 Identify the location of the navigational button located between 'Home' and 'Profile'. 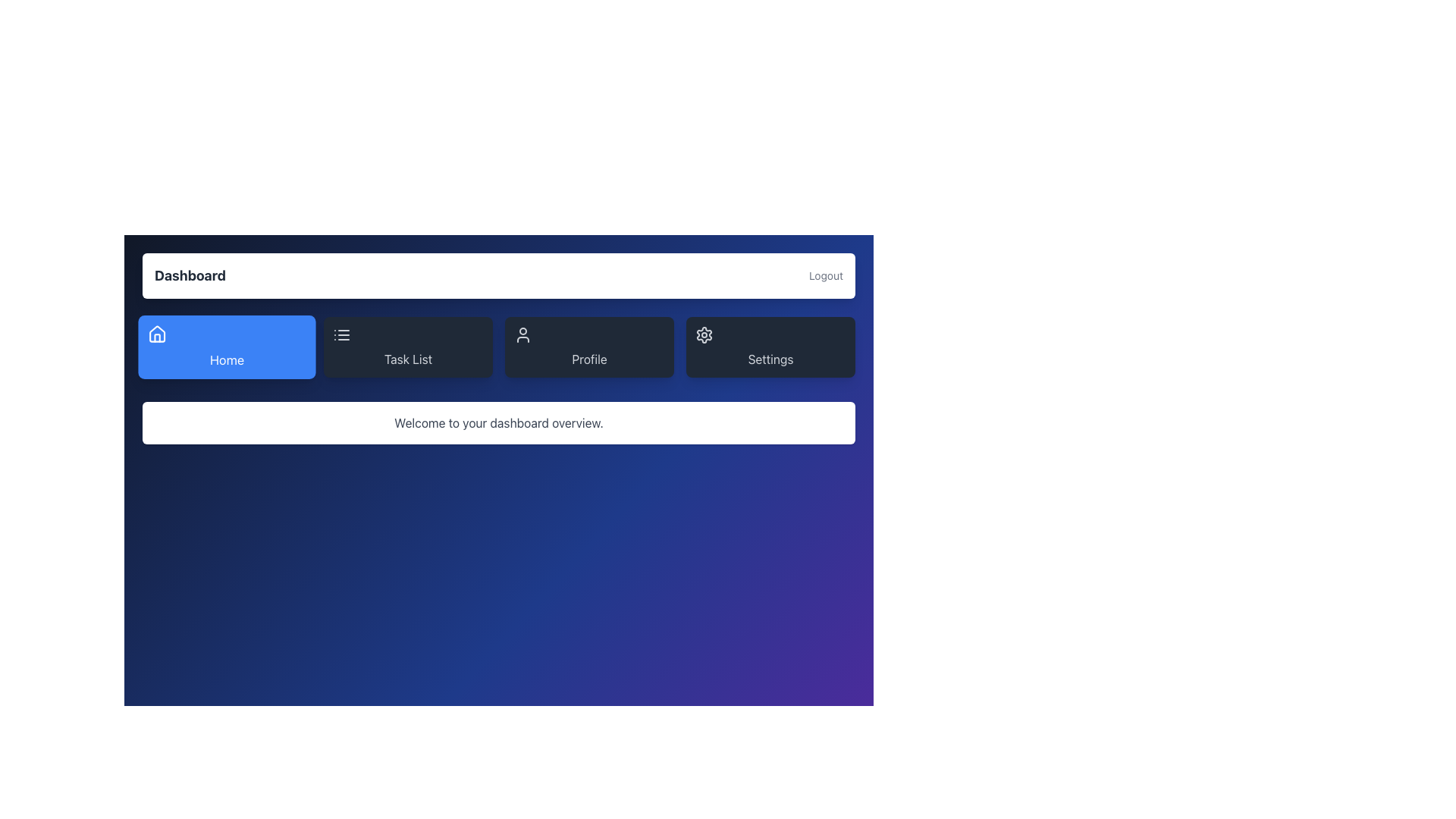
(408, 347).